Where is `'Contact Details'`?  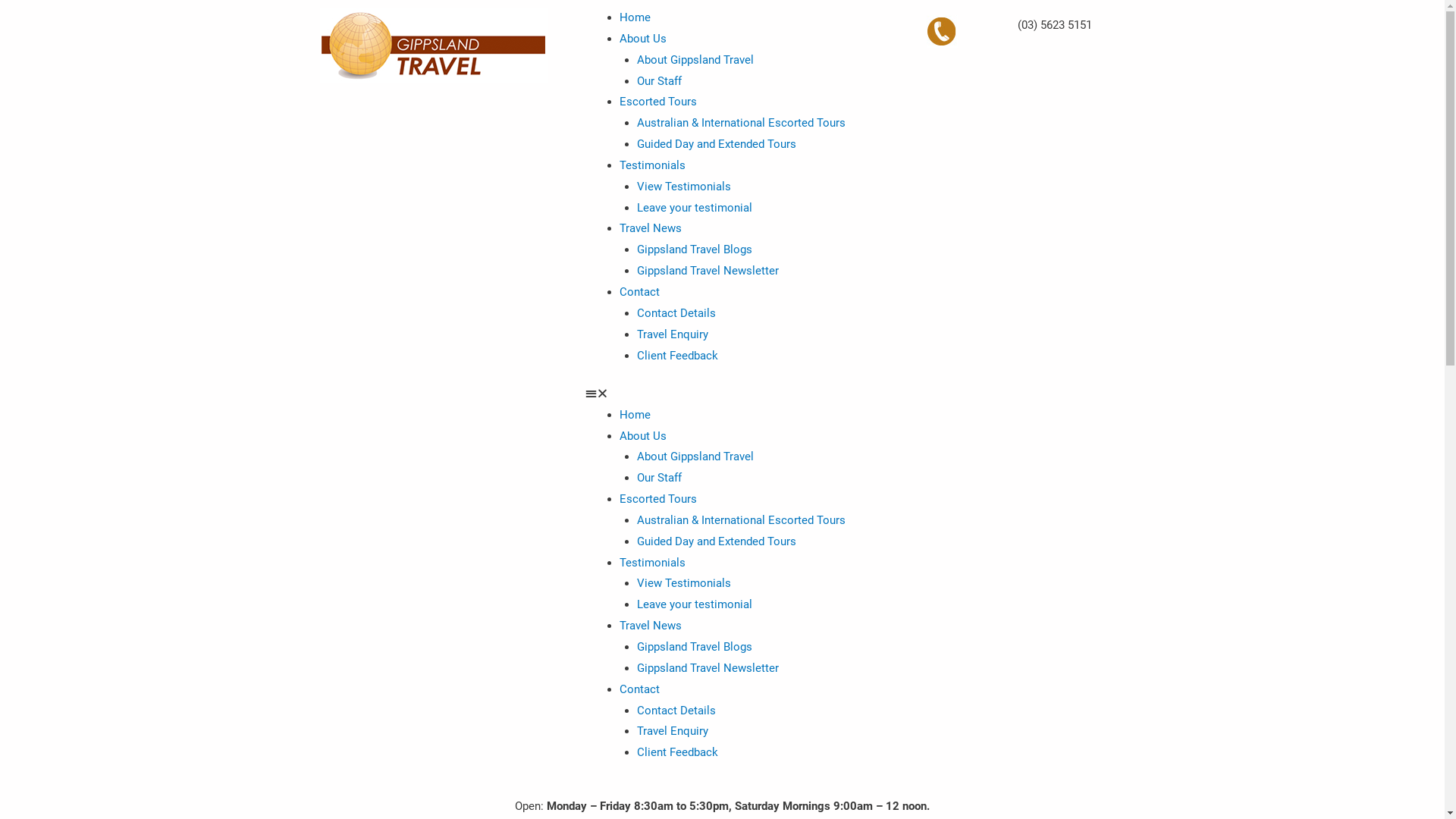
'Contact Details' is located at coordinates (676, 312).